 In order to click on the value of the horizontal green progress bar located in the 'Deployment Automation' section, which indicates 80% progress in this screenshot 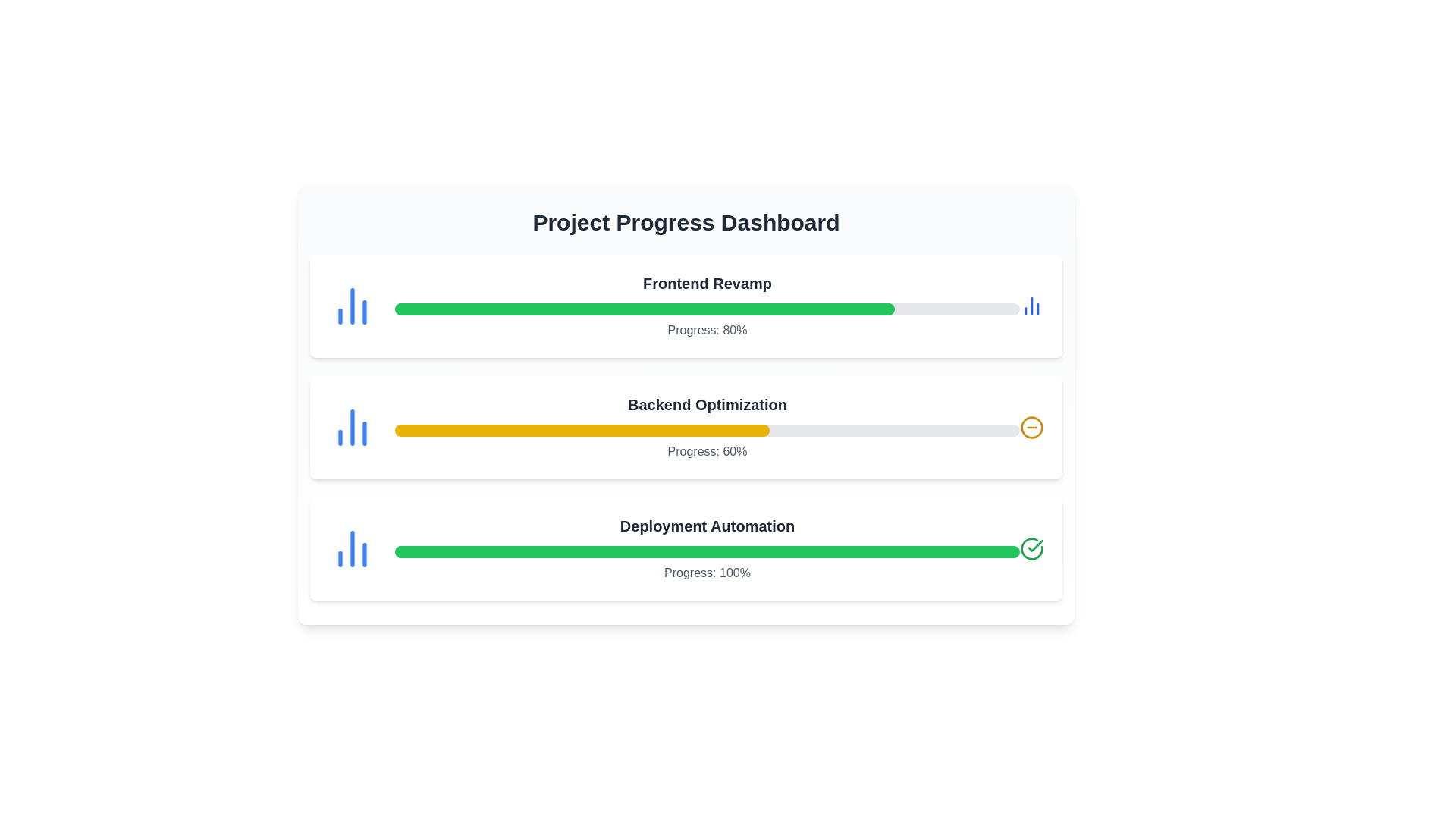, I will do `click(645, 309)`.